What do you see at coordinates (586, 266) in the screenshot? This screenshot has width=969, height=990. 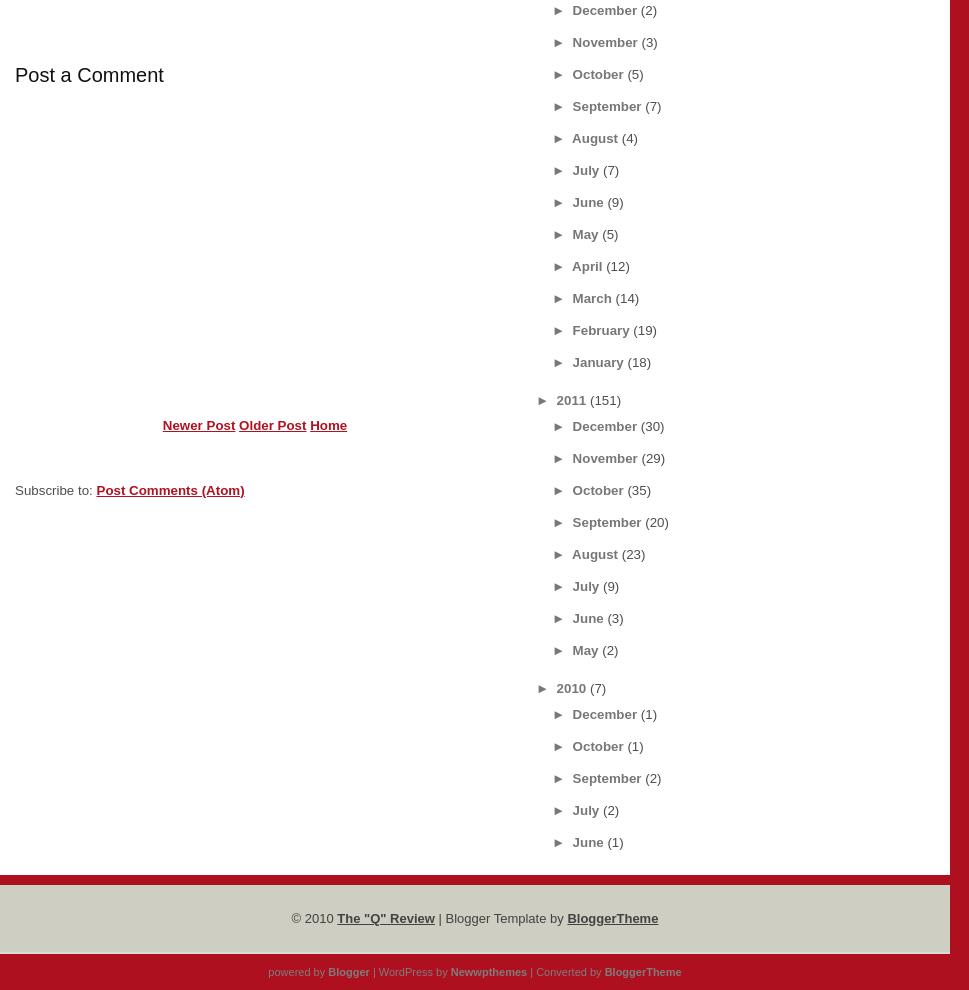 I see `'April'` at bounding box center [586, 266].